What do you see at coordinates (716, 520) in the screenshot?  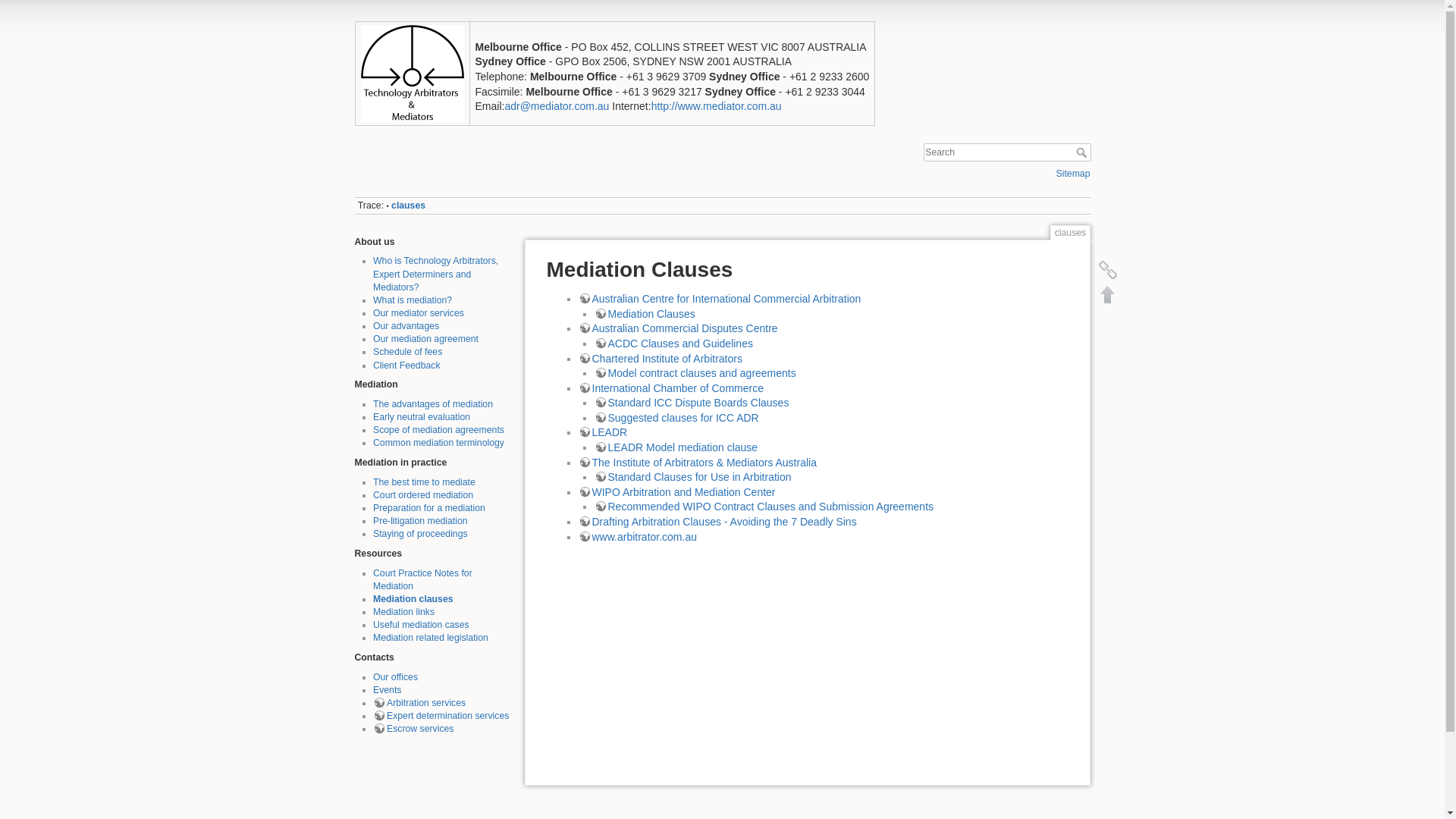 I see `'Drafting Arbitration Clauses - Avoiding the 7 Deadly Sins'` at bounding box center [716, 520].